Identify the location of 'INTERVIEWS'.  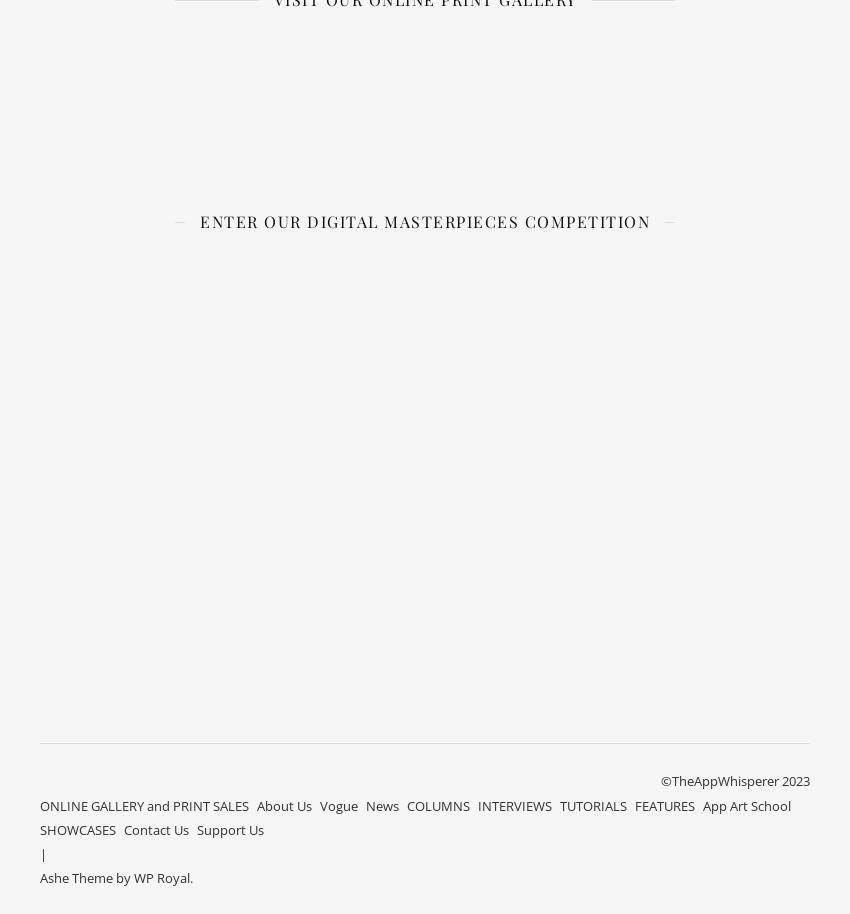
(514, 803).